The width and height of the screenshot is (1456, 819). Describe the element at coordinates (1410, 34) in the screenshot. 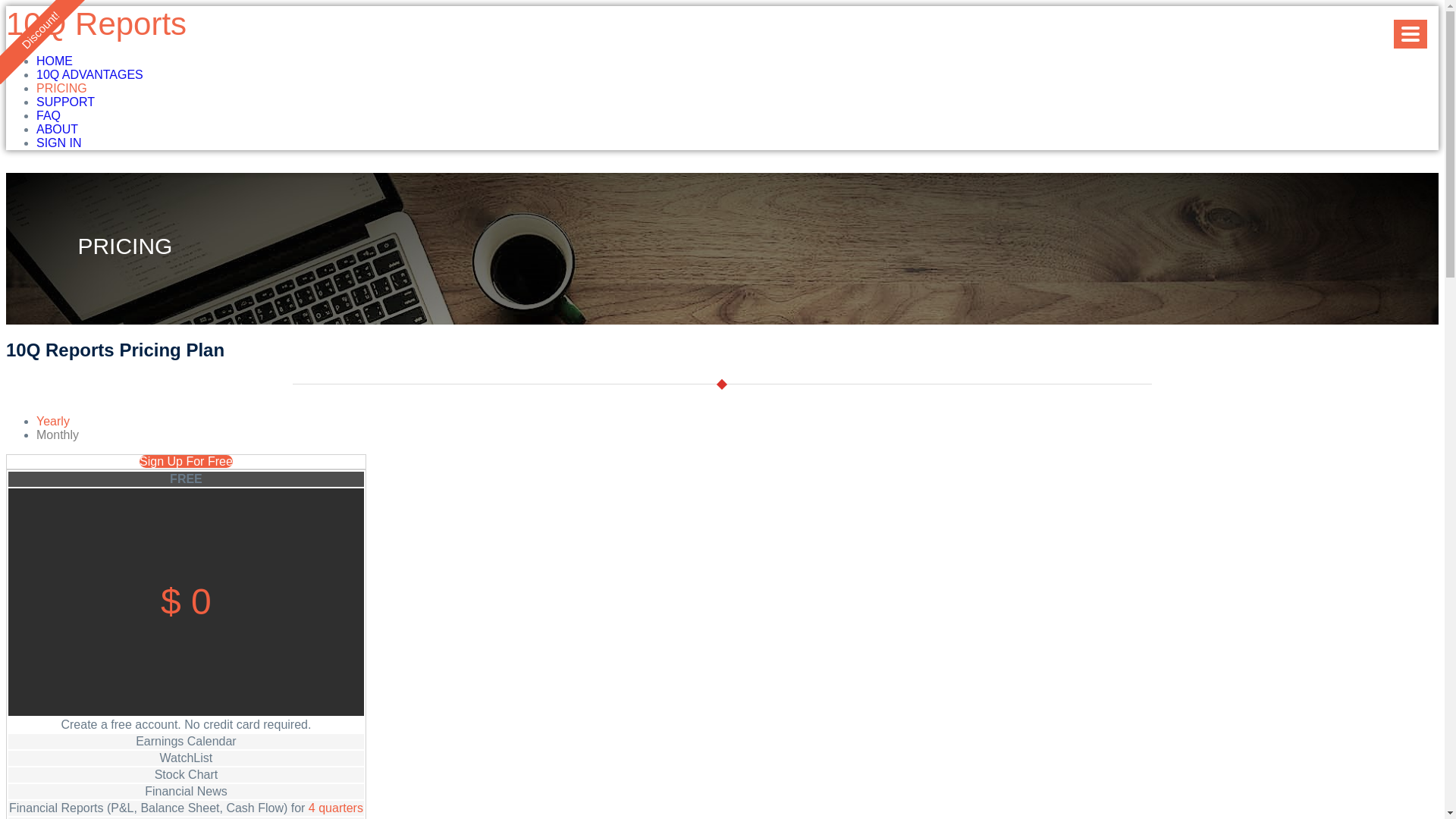

I see `'Toggle navigation'` at that location.